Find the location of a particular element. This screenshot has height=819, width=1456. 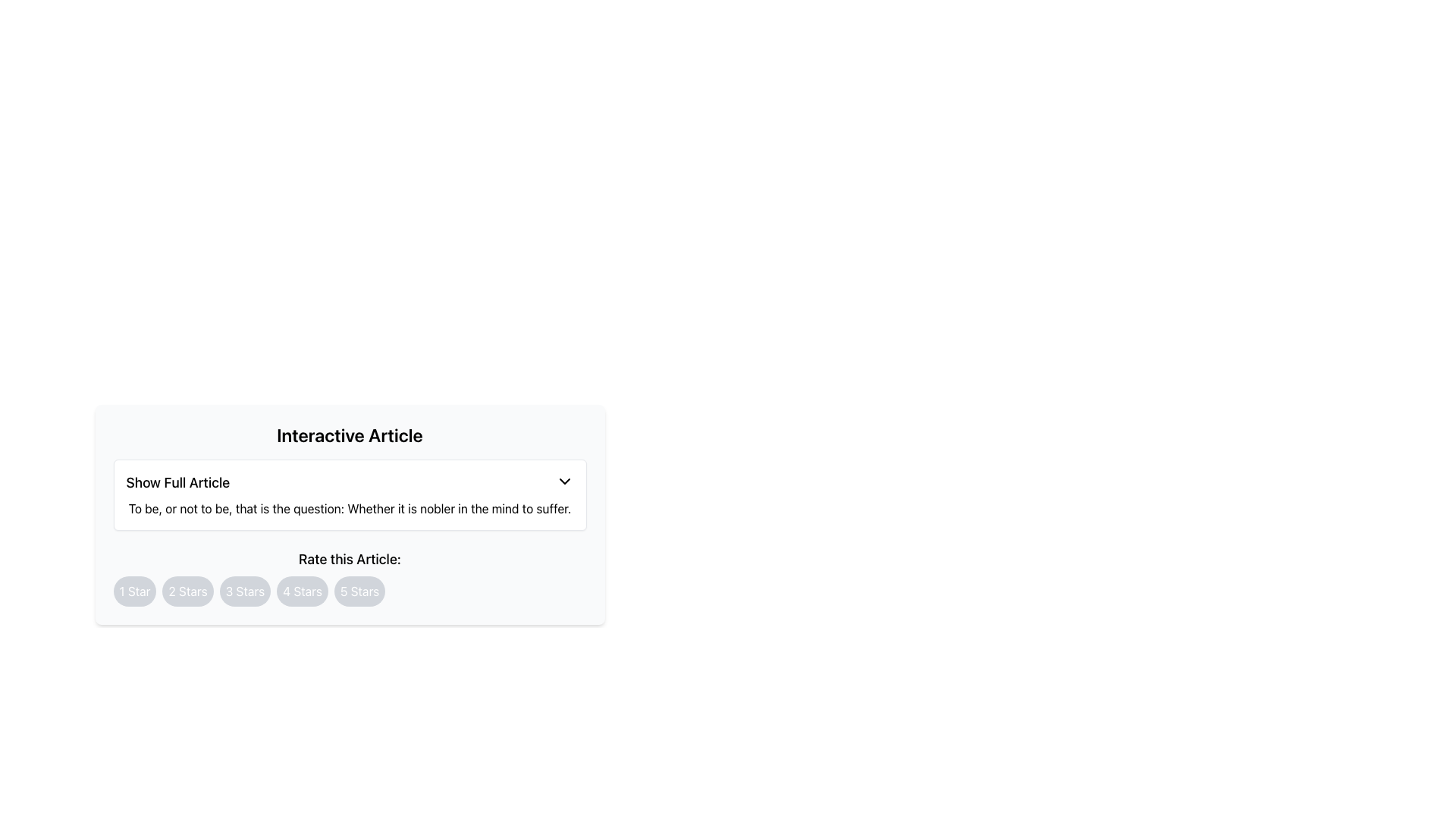

the '2 Stars' rating button, which is the second button in a horizontal arrangement of five star rating options is located at coordinates (187, 590).